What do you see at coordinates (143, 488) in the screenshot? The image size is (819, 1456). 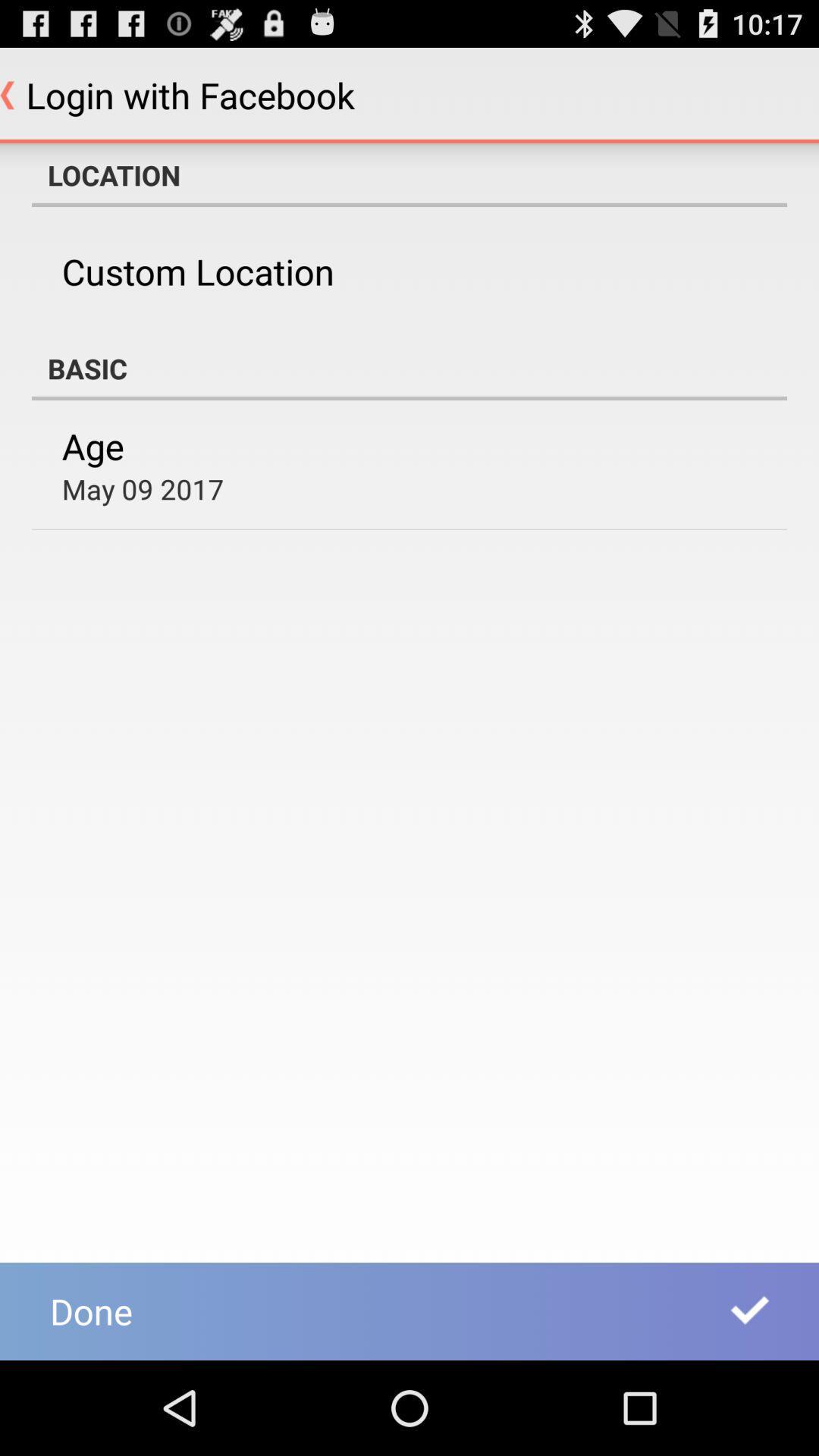 I see `app below age icon` at bounding box center [143, 488].